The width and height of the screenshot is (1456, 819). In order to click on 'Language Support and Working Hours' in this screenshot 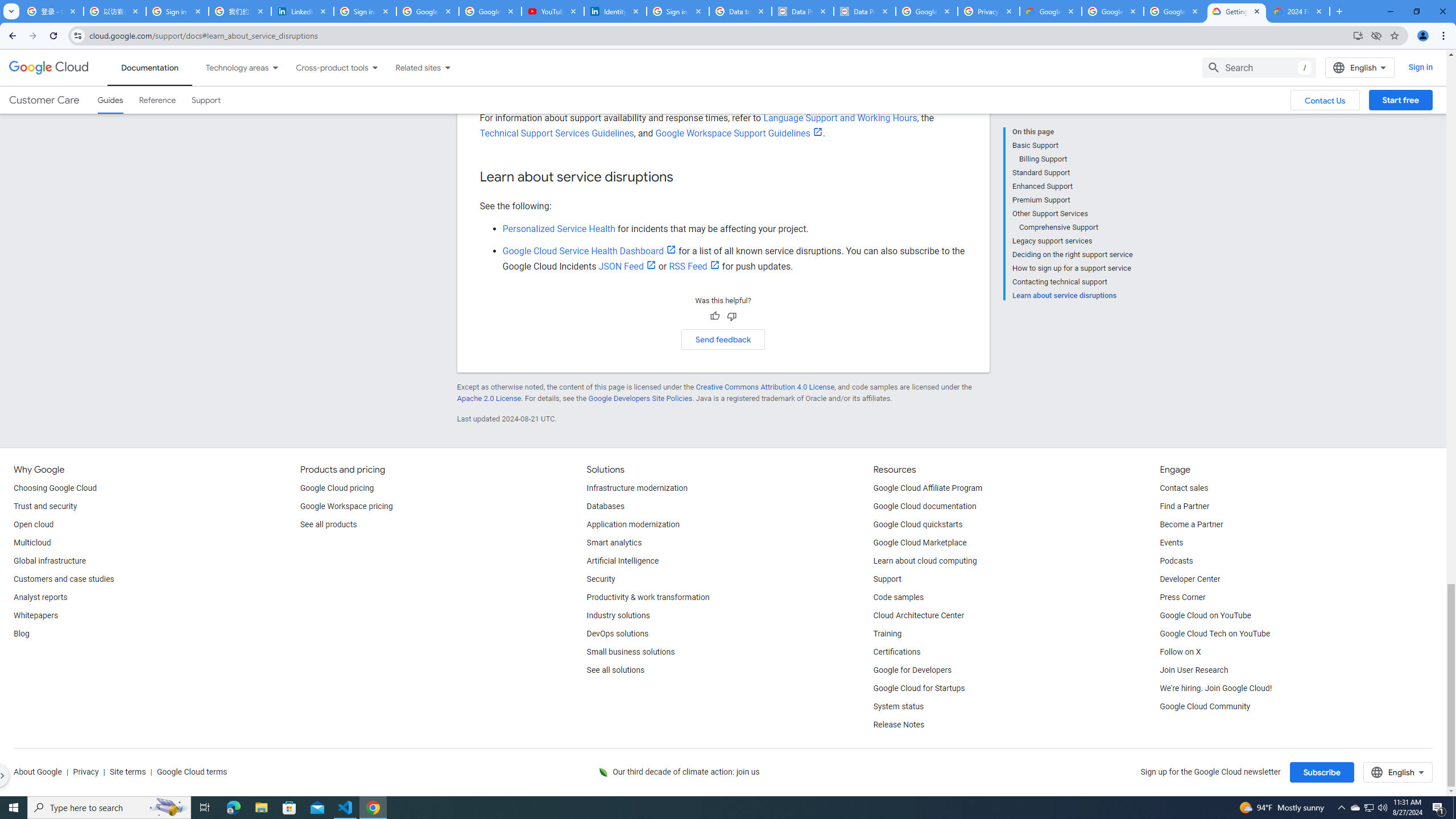, I will do `click(839, 118)`.